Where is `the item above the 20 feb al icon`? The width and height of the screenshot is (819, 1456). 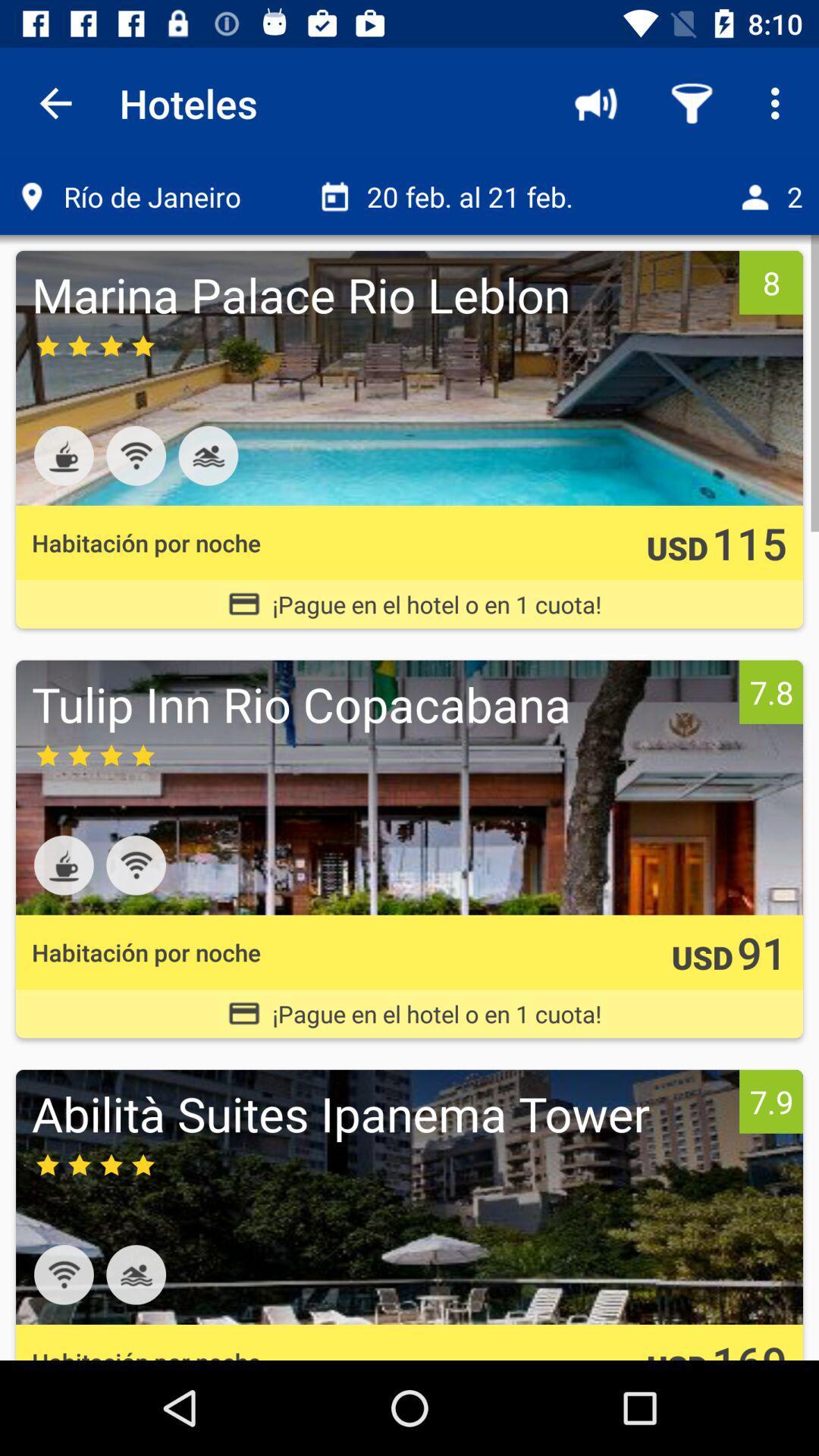 the item above the 20 feb al icon is located at coordinates (595, 102).